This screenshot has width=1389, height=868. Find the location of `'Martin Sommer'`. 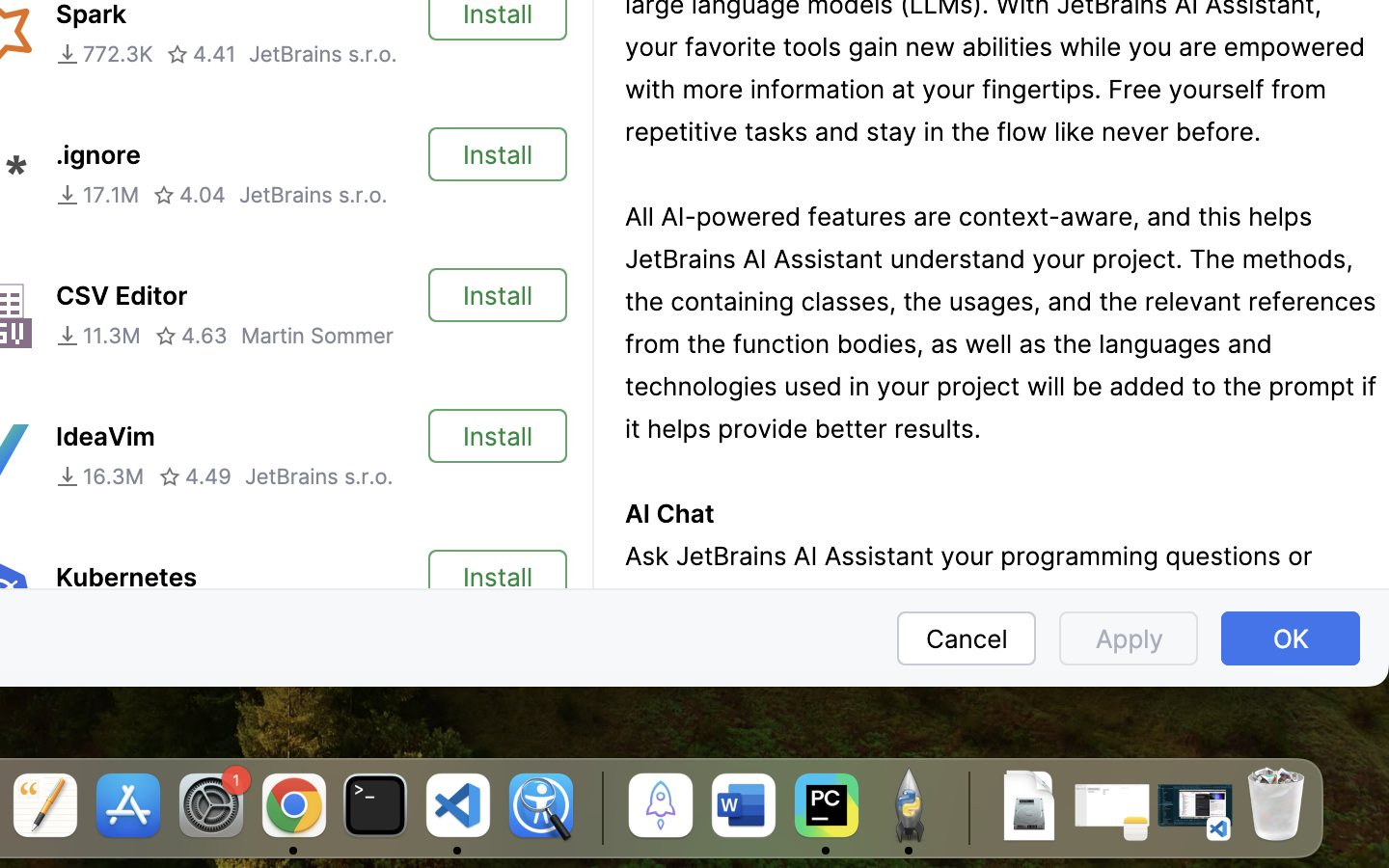

'Martin Sommer' is located at coordinates (317, 336).